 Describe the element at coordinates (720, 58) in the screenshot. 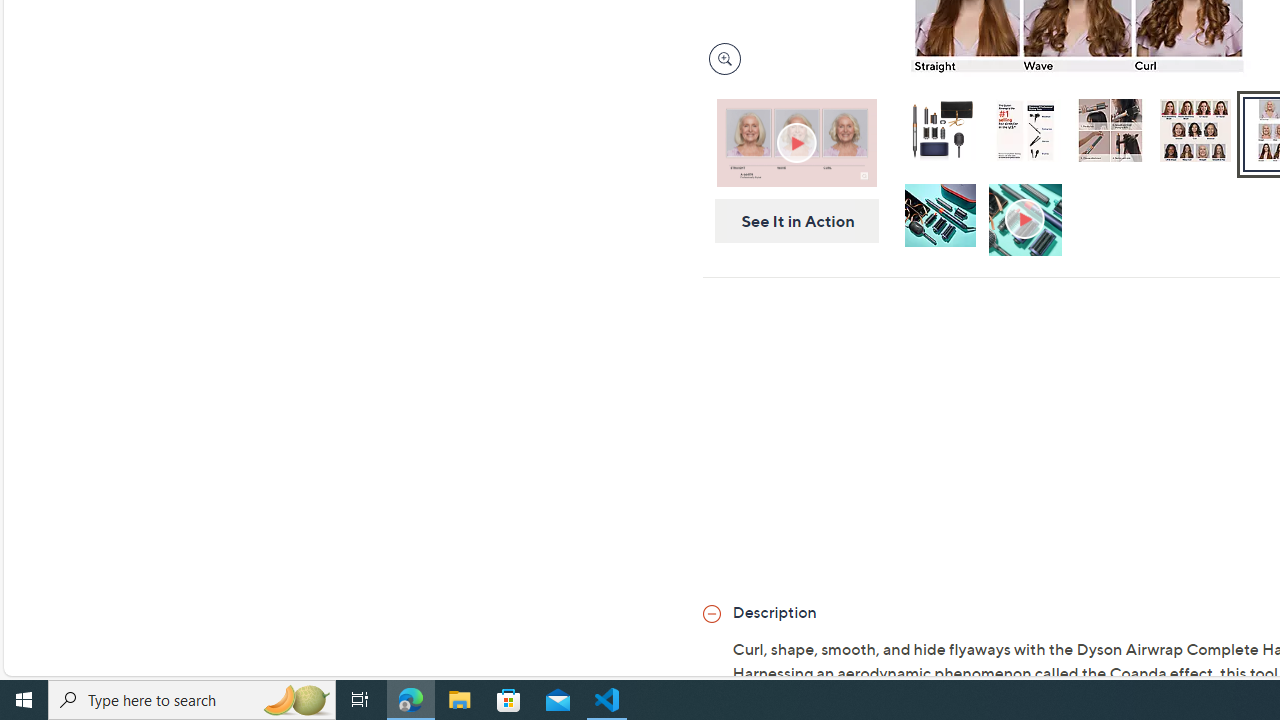

I see `'Zoom product image, opens image gallery dialog'` at that location.